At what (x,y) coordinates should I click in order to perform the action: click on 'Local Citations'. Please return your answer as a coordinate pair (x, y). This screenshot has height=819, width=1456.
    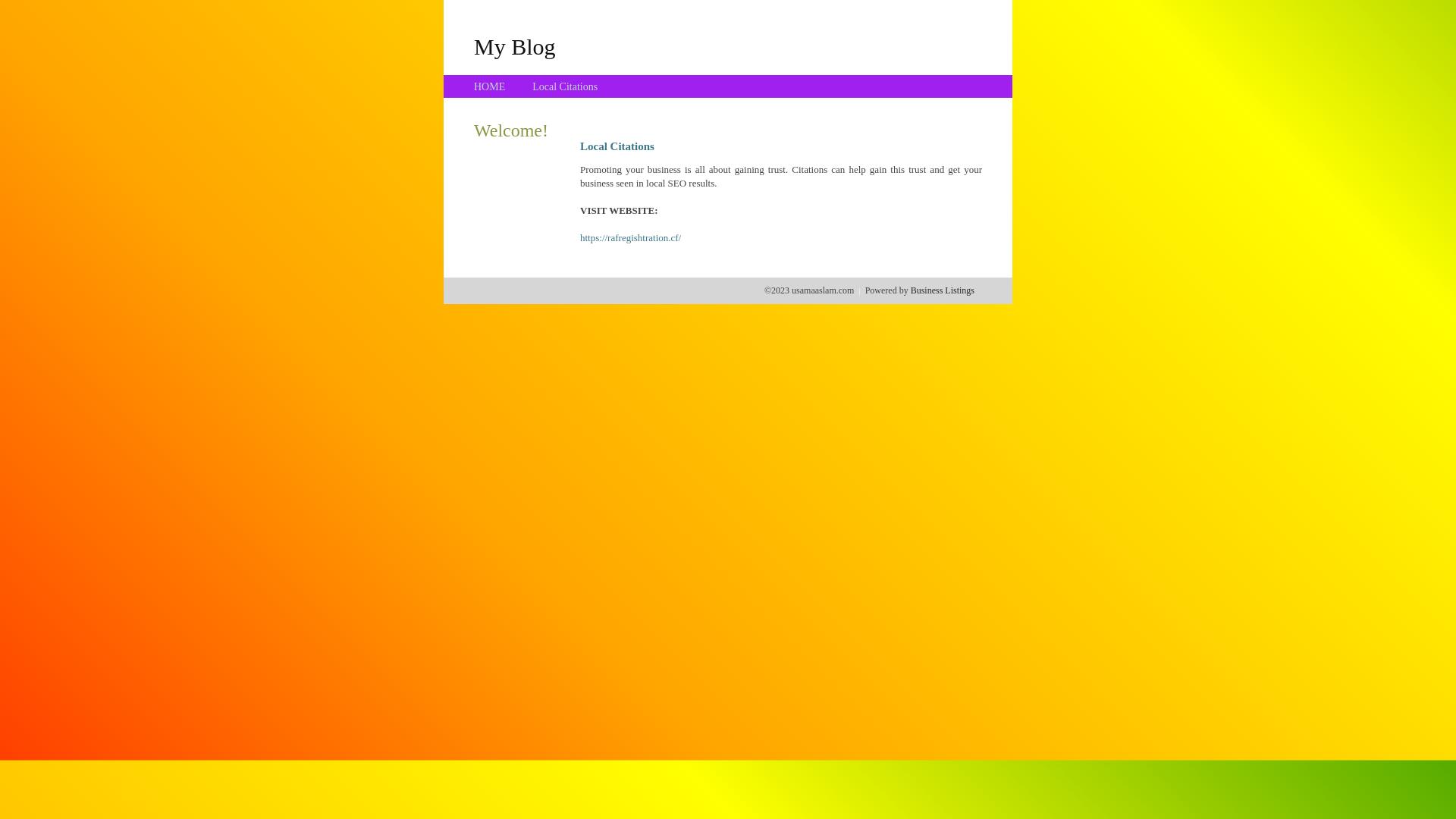
    Looking at the image, I should click on (563, 86).